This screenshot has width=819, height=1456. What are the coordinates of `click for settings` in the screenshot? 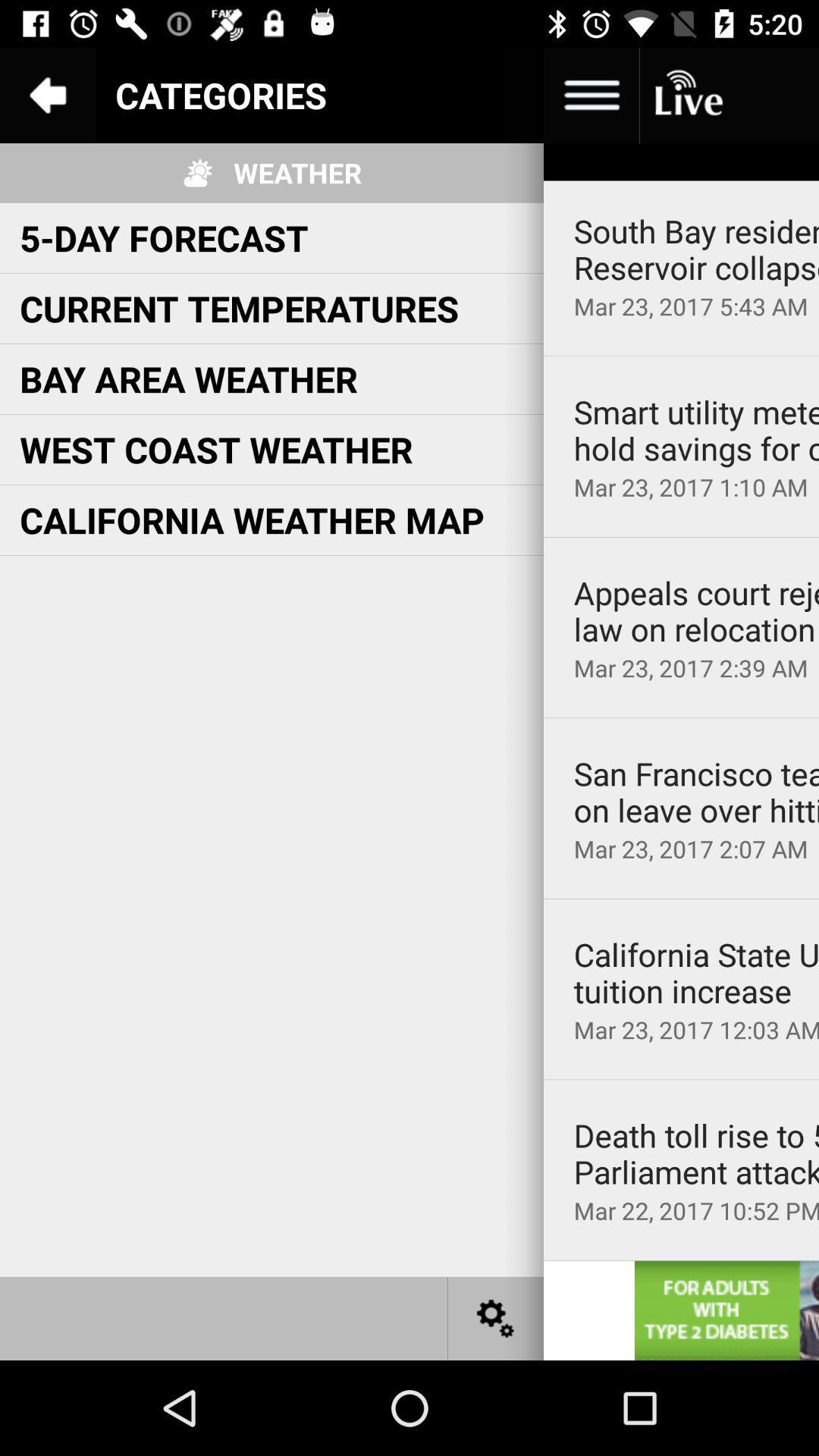 It's located at (496, 1317).